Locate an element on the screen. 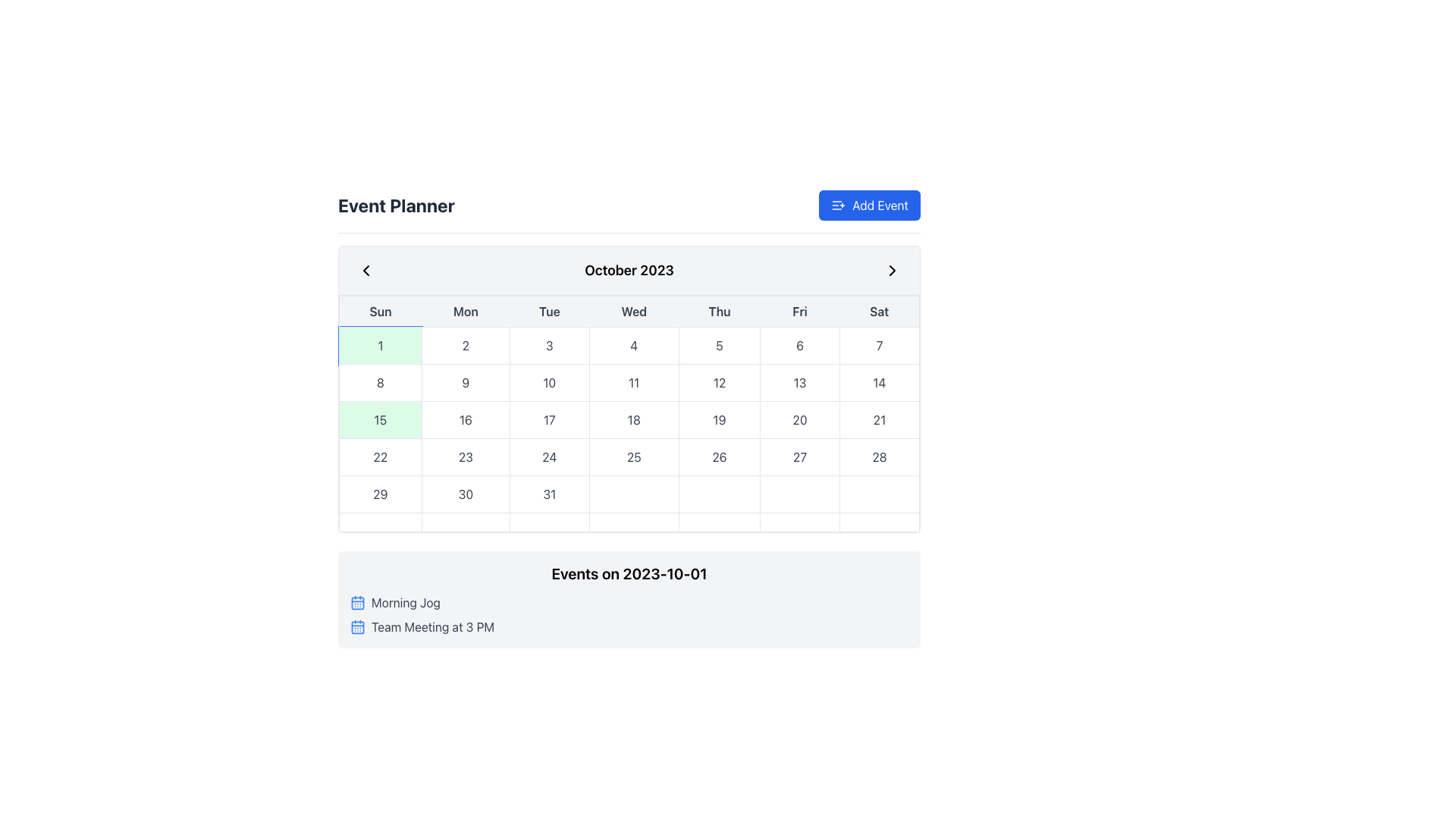 This screenshot has width=1456, height=819. the unmarked calendar cell in the last row of the grid layout representing a calendar by clicking on it to choose a date is located at coordinates (719, 494).